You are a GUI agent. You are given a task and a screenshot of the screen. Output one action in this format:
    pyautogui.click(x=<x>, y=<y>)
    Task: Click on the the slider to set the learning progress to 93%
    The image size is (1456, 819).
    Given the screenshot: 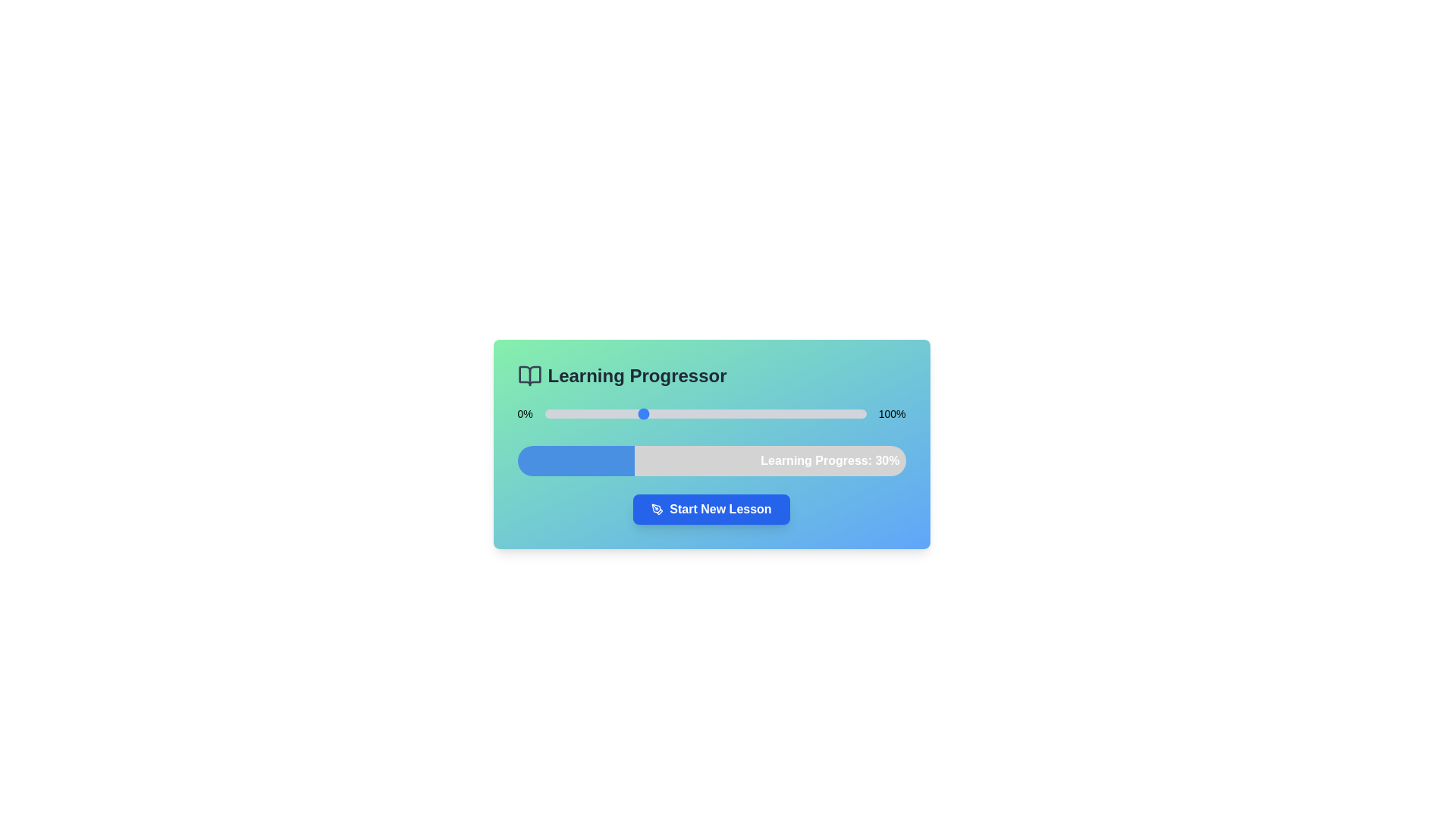 What is the action you would take?
    pyautogui.click(x=843, y=414)
    